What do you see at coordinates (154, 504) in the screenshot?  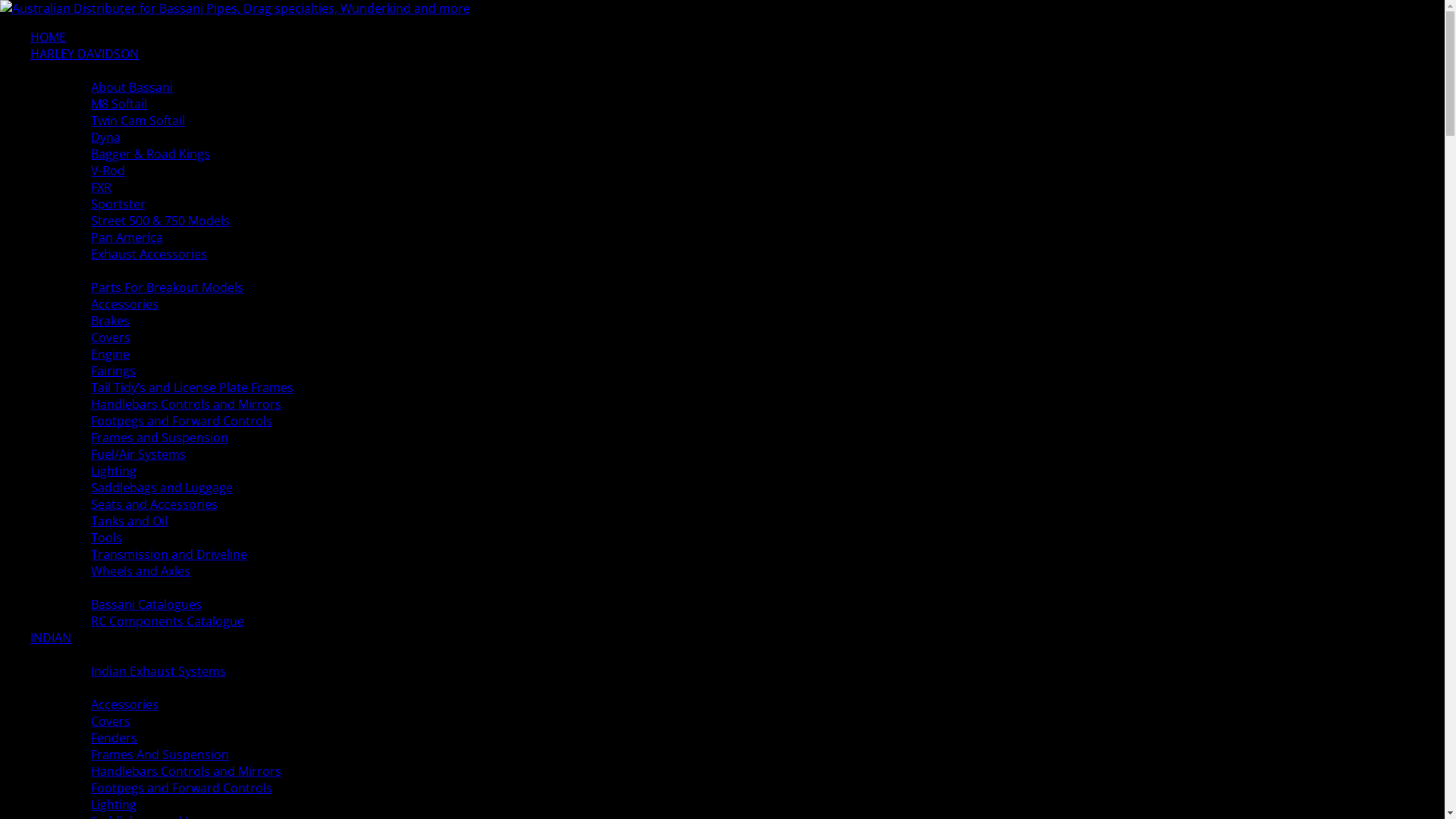 I see `'Seats and Accessories'` at bounding box center [154, 504].